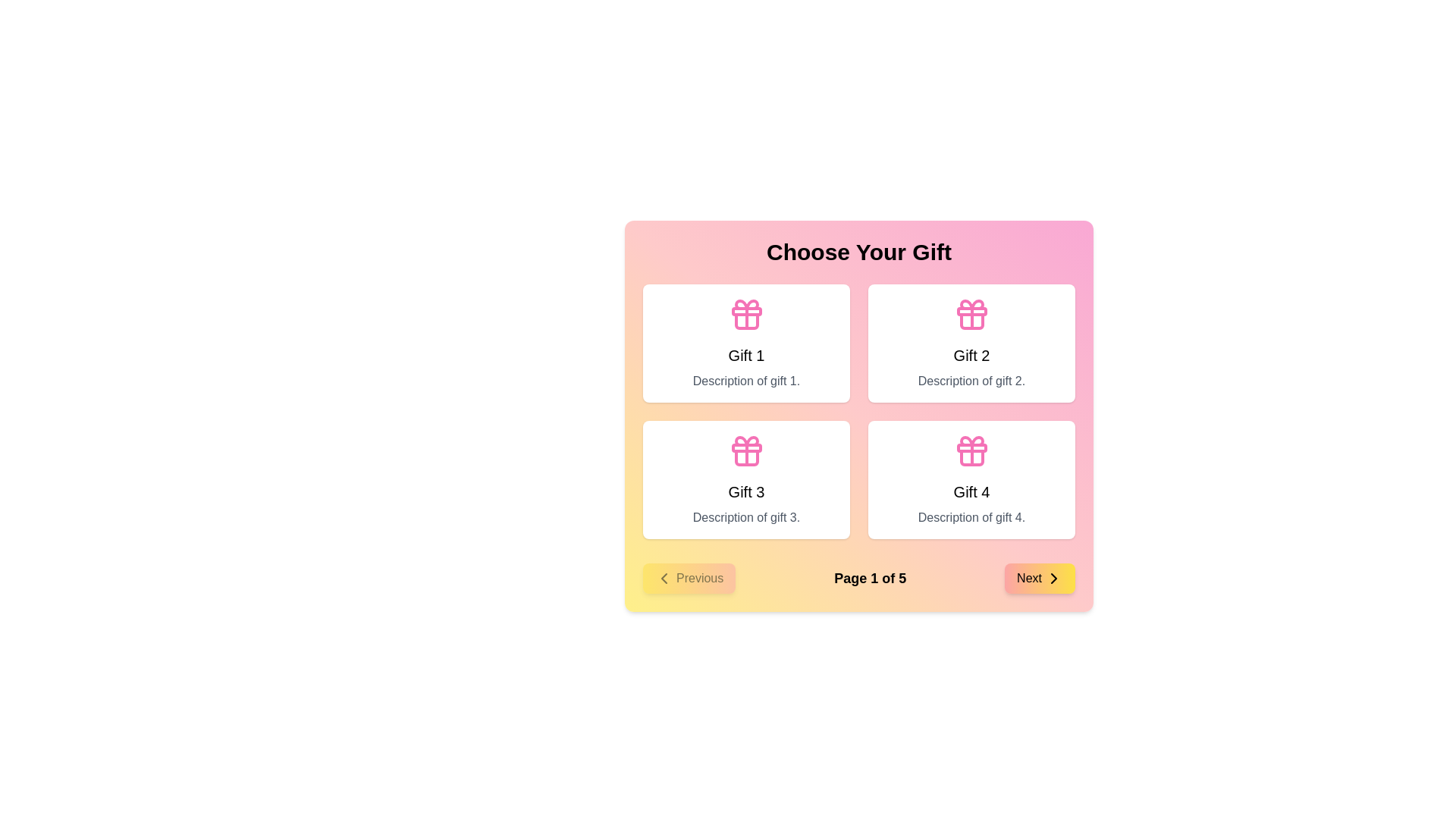  Describe the element at coordinates (971, 450) in the screenshot. I see `the pink gift icon with rounded edges located at the top-center of the 'Gift 4' box` at that location.